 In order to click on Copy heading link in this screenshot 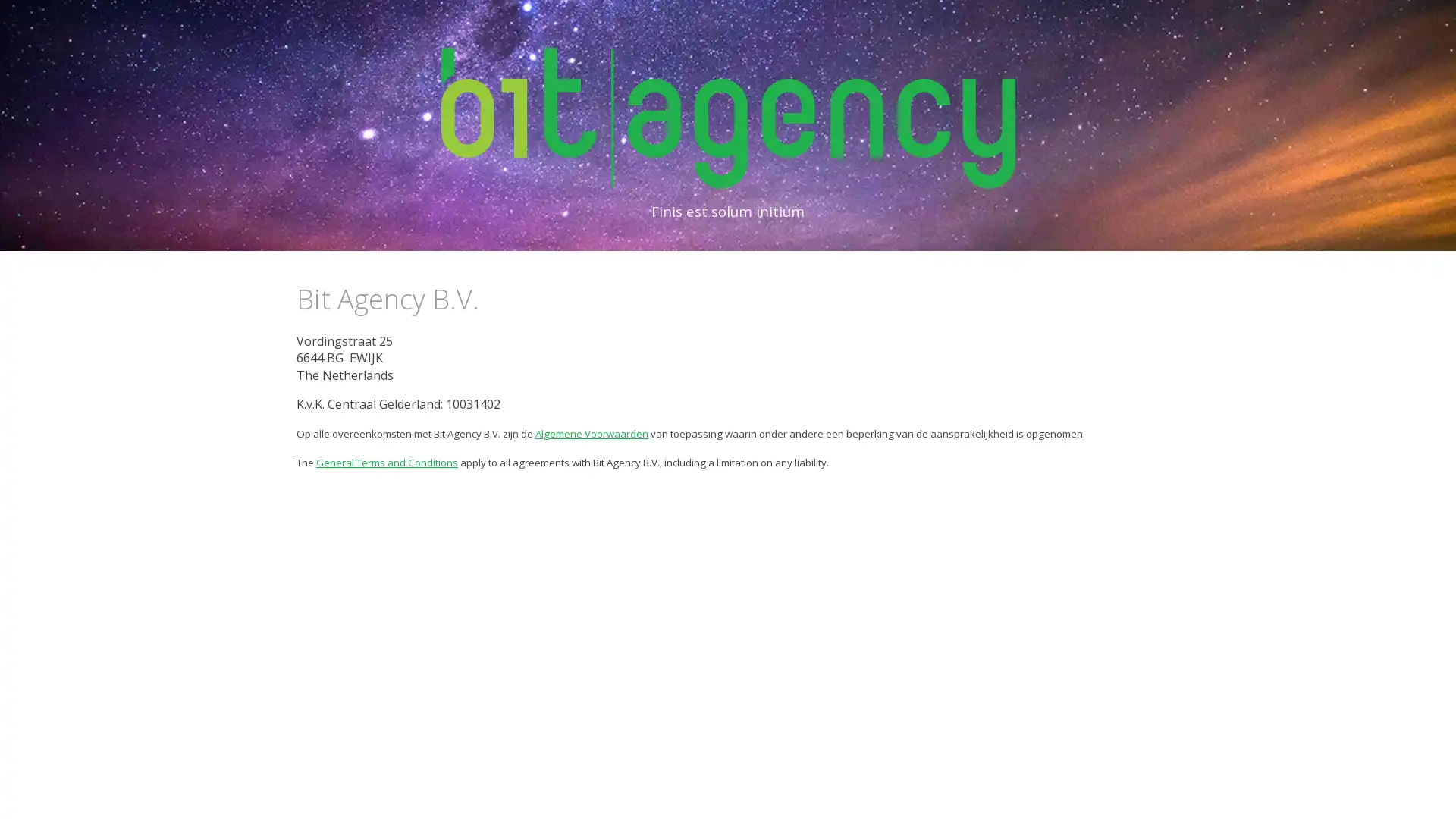, I will do `click(495, 298)`.